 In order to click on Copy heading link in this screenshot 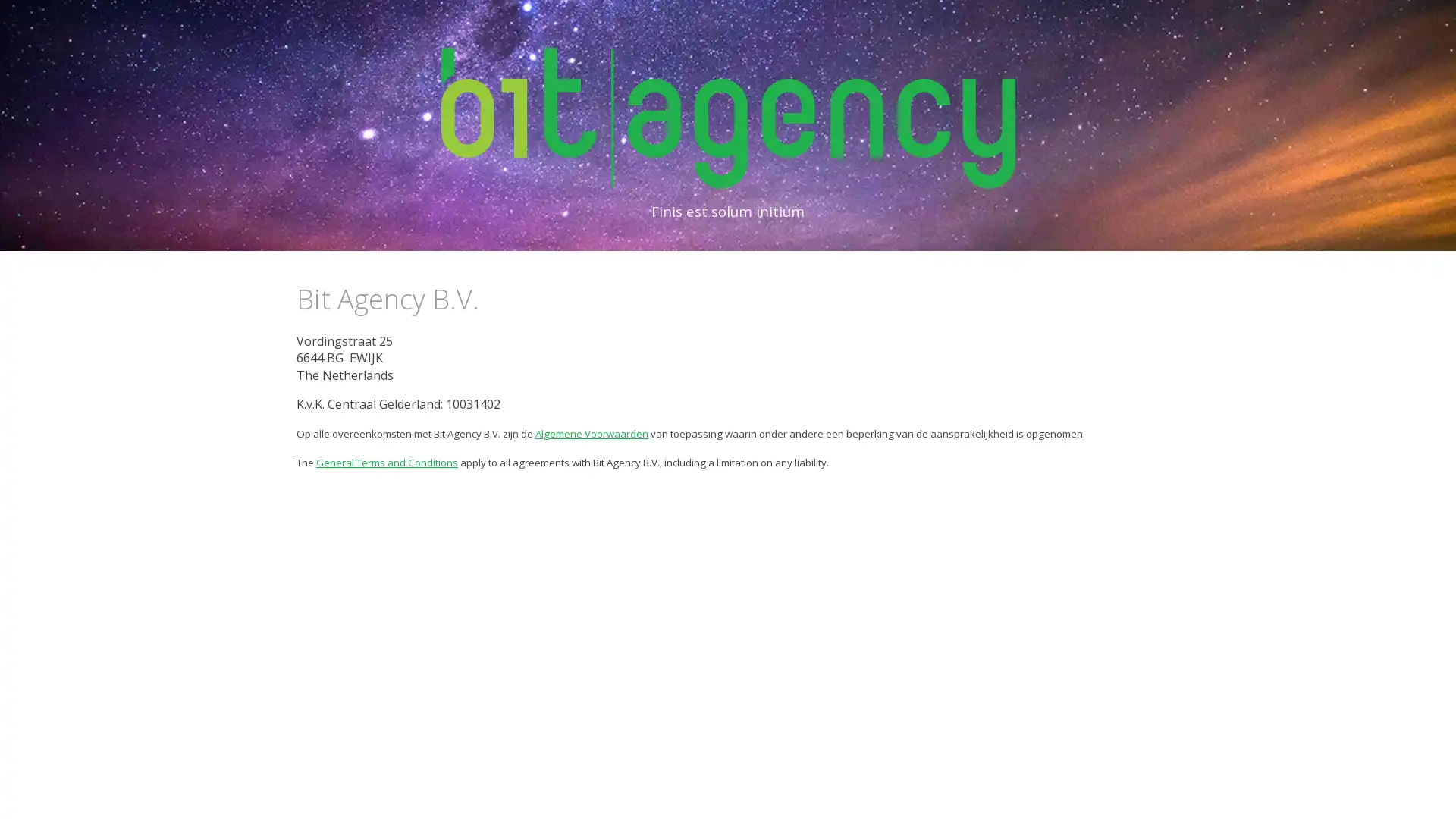, I will do `click(495, 298)`.